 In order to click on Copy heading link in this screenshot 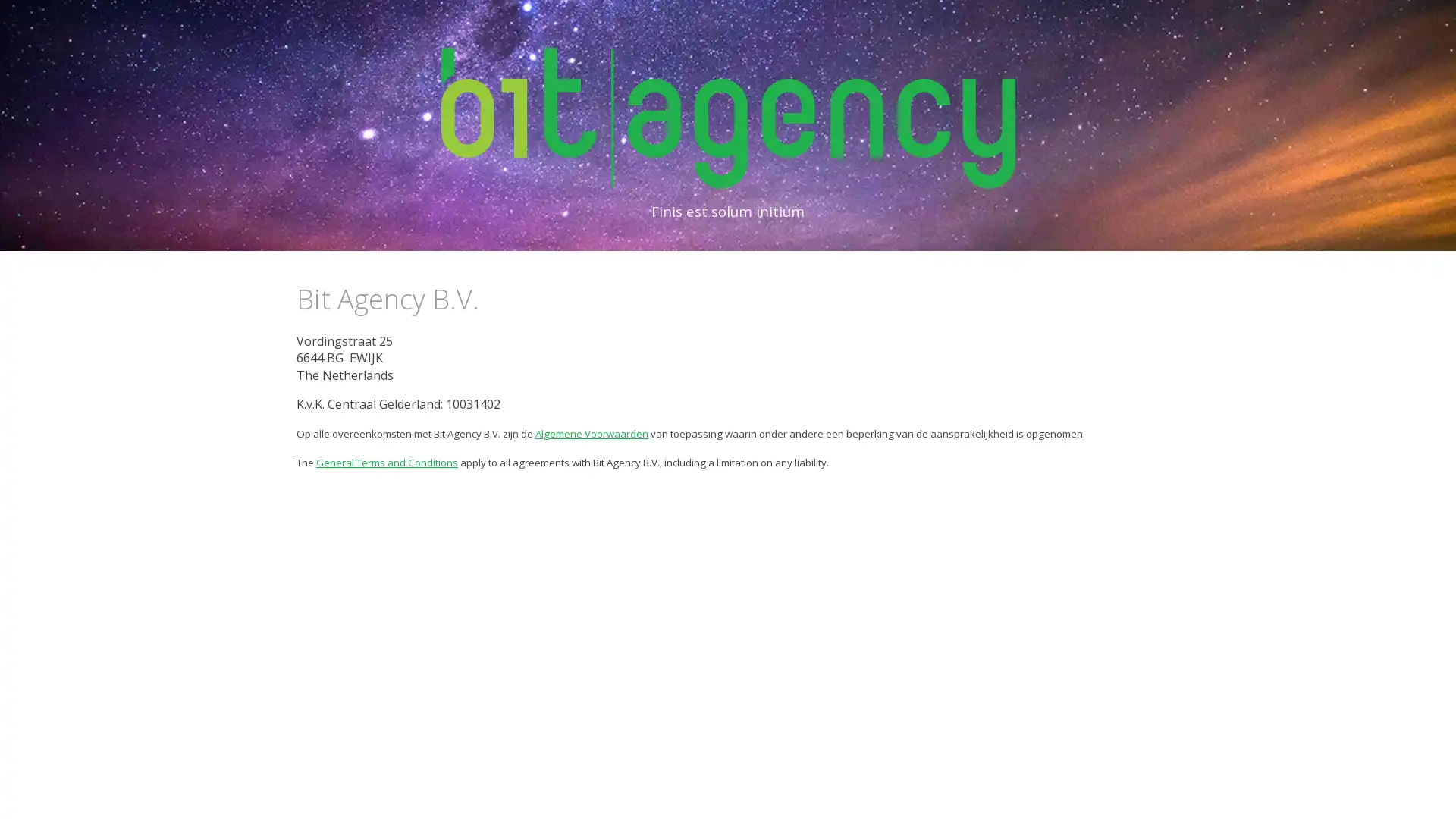, I will do `click(495, 298)`.